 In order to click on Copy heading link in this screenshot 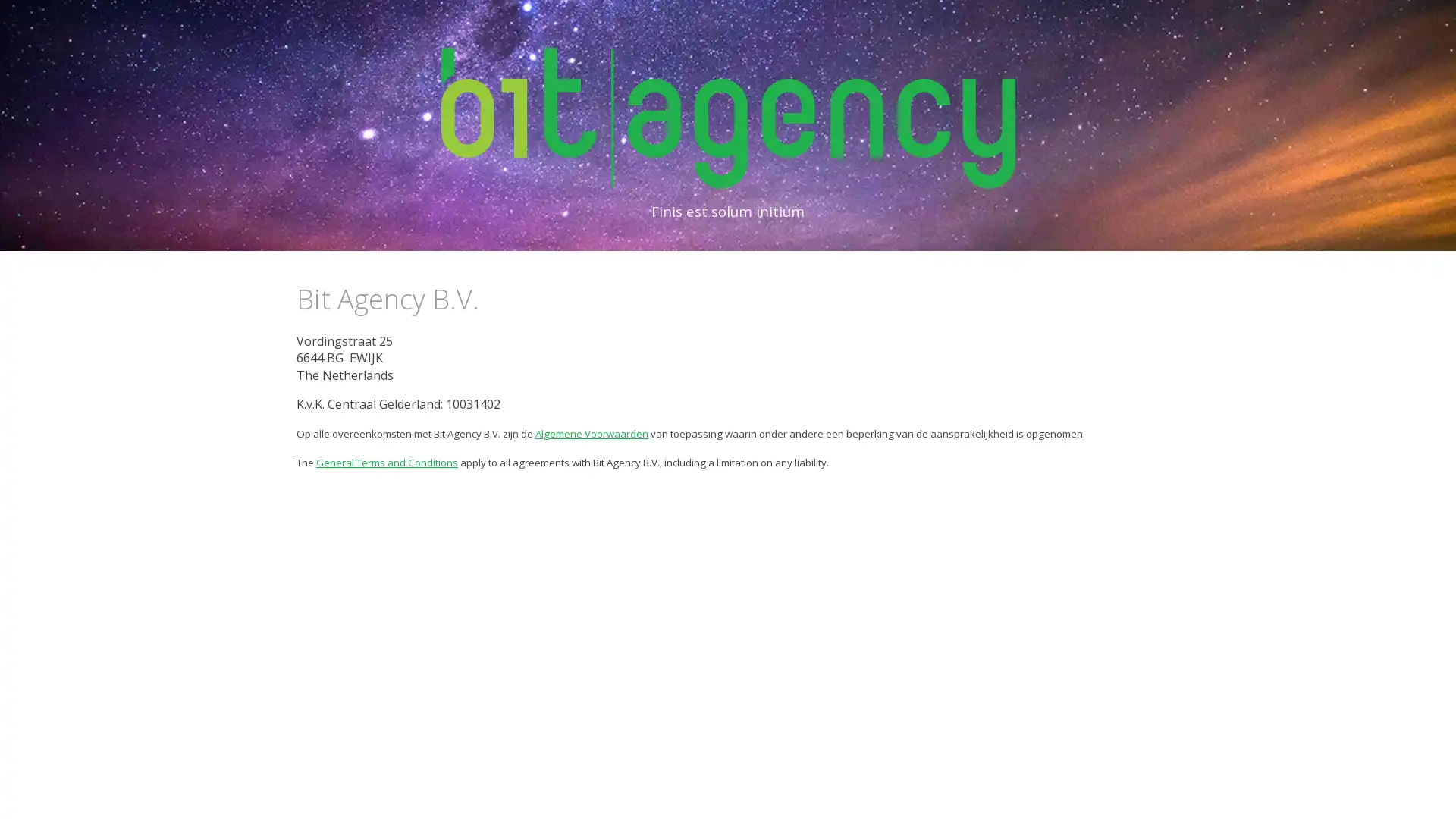, I will do `click(495, 298)`.